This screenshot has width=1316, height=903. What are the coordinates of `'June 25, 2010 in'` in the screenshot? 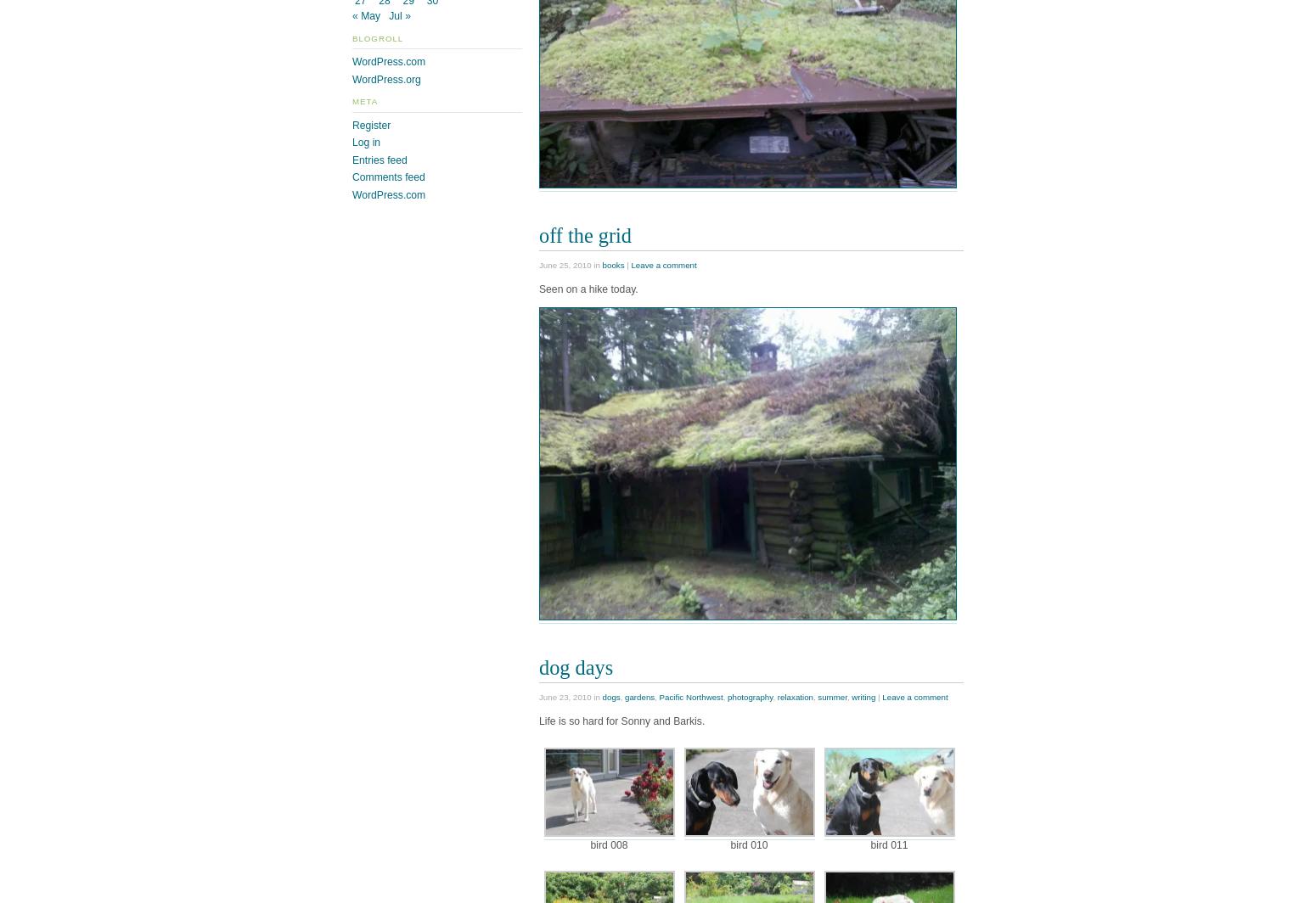 It's located at (569, 265).